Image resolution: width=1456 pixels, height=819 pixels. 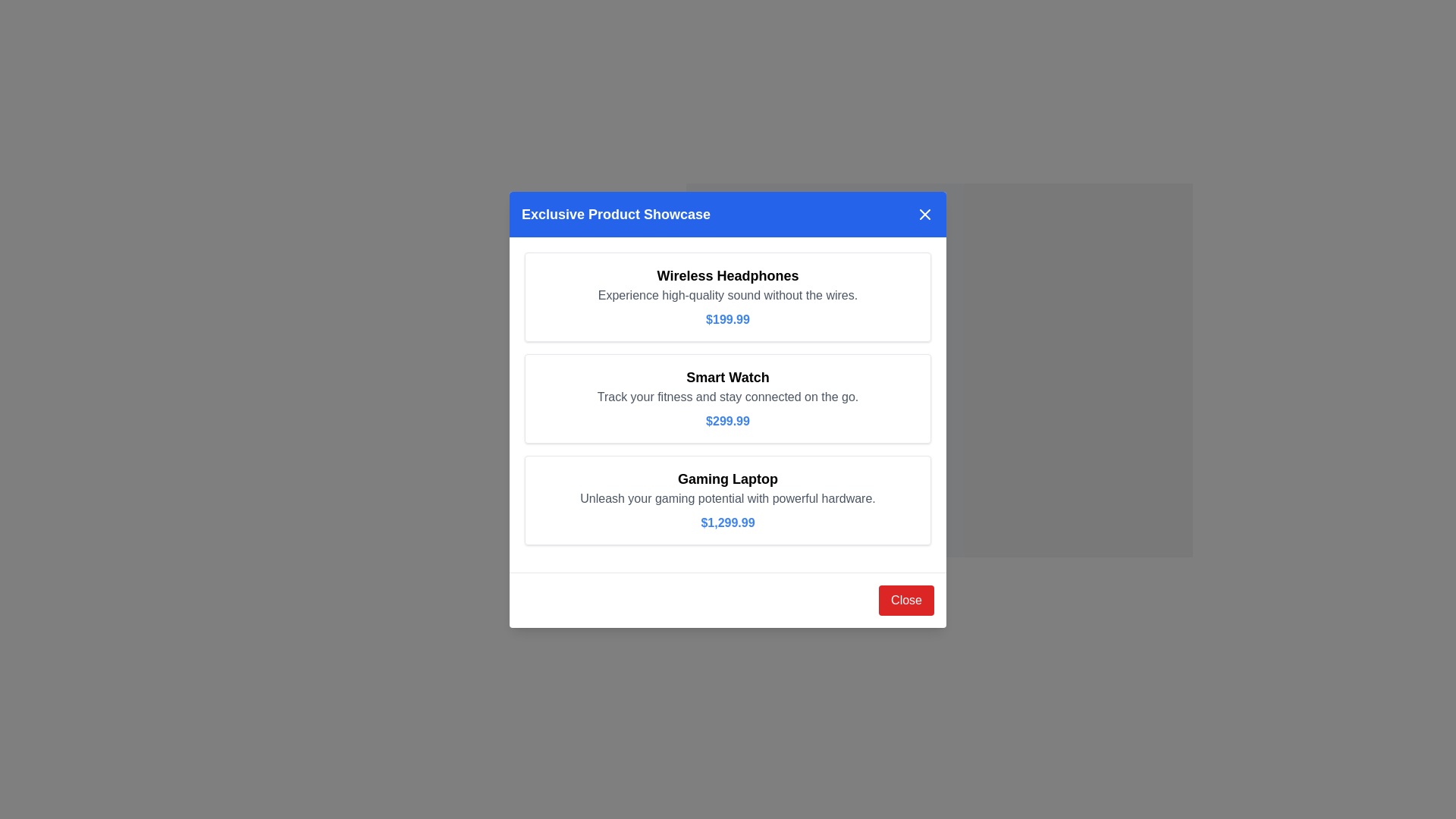 What do you see at coordinates (728, 522) in the screenshot?
I see `the text label displaying the price '$1,299.99', which is styled in bold, blue font and located below the description of 'Gaming Laptop' in the lower section of the modal dialog box` at bounding box center [728, 522].